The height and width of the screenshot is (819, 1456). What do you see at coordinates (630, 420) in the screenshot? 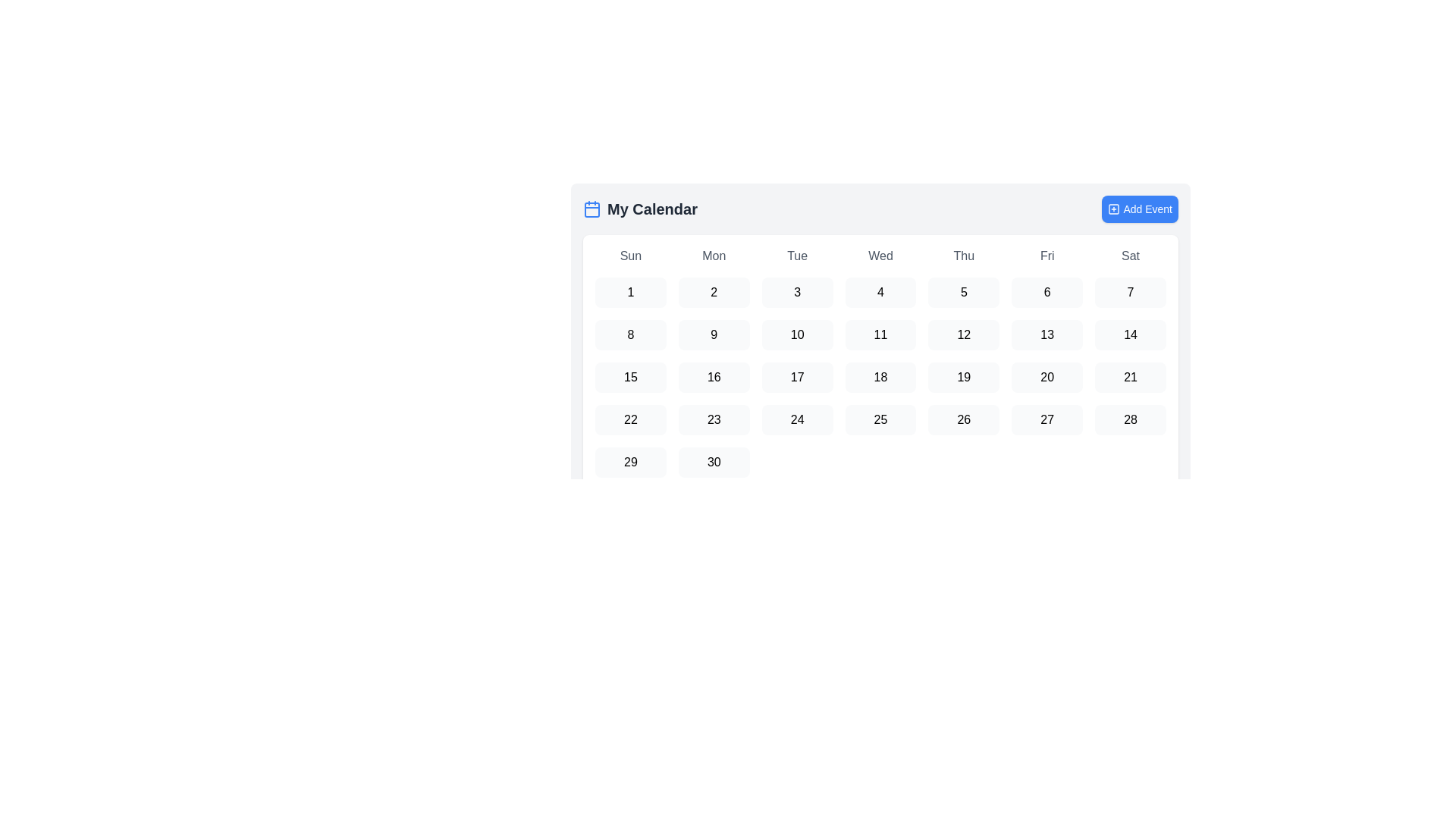
I see `the calendar date cell representing the 22nd day, located in the last row, first column of the calendar grid` at bounding box center [630, 420].